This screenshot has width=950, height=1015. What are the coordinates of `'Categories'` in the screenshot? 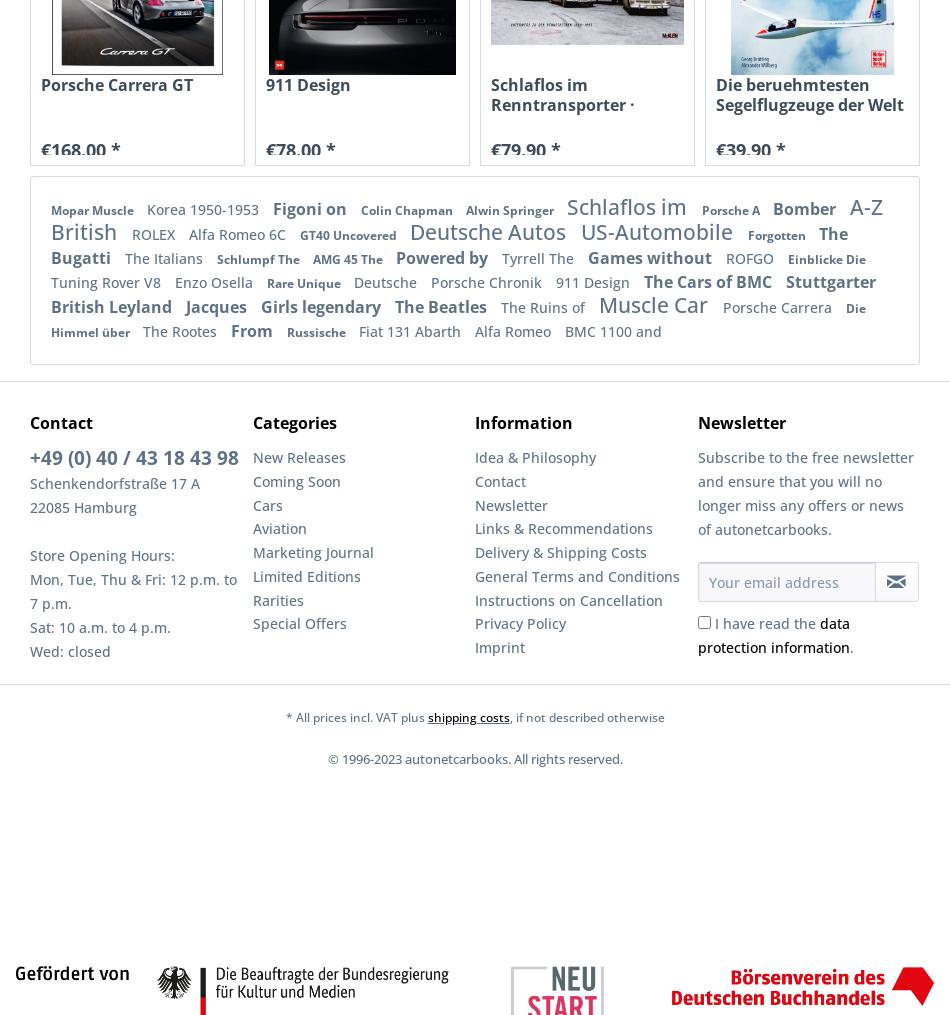 It's located at (293, 422).